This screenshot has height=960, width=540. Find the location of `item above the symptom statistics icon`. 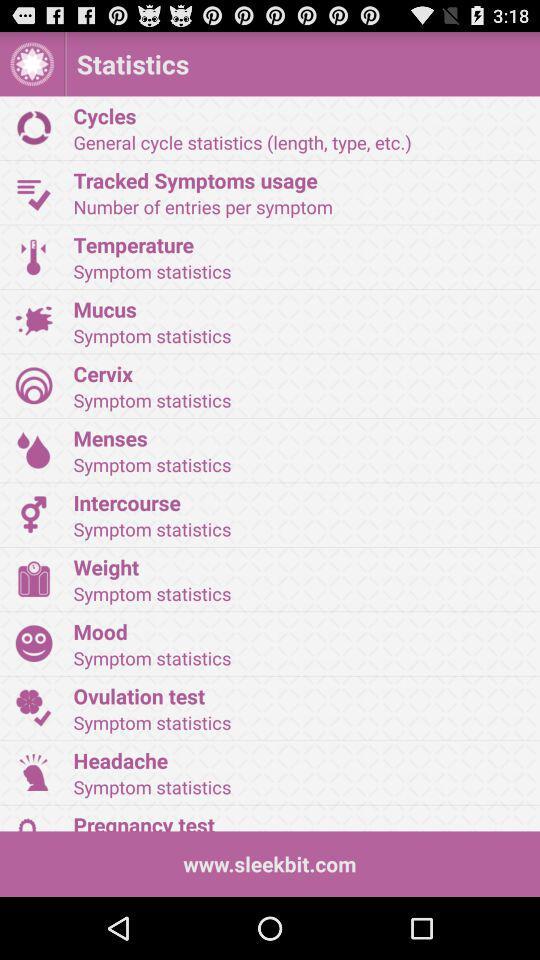

item above the symptom statistics icon is located at coordinates (299, 696).